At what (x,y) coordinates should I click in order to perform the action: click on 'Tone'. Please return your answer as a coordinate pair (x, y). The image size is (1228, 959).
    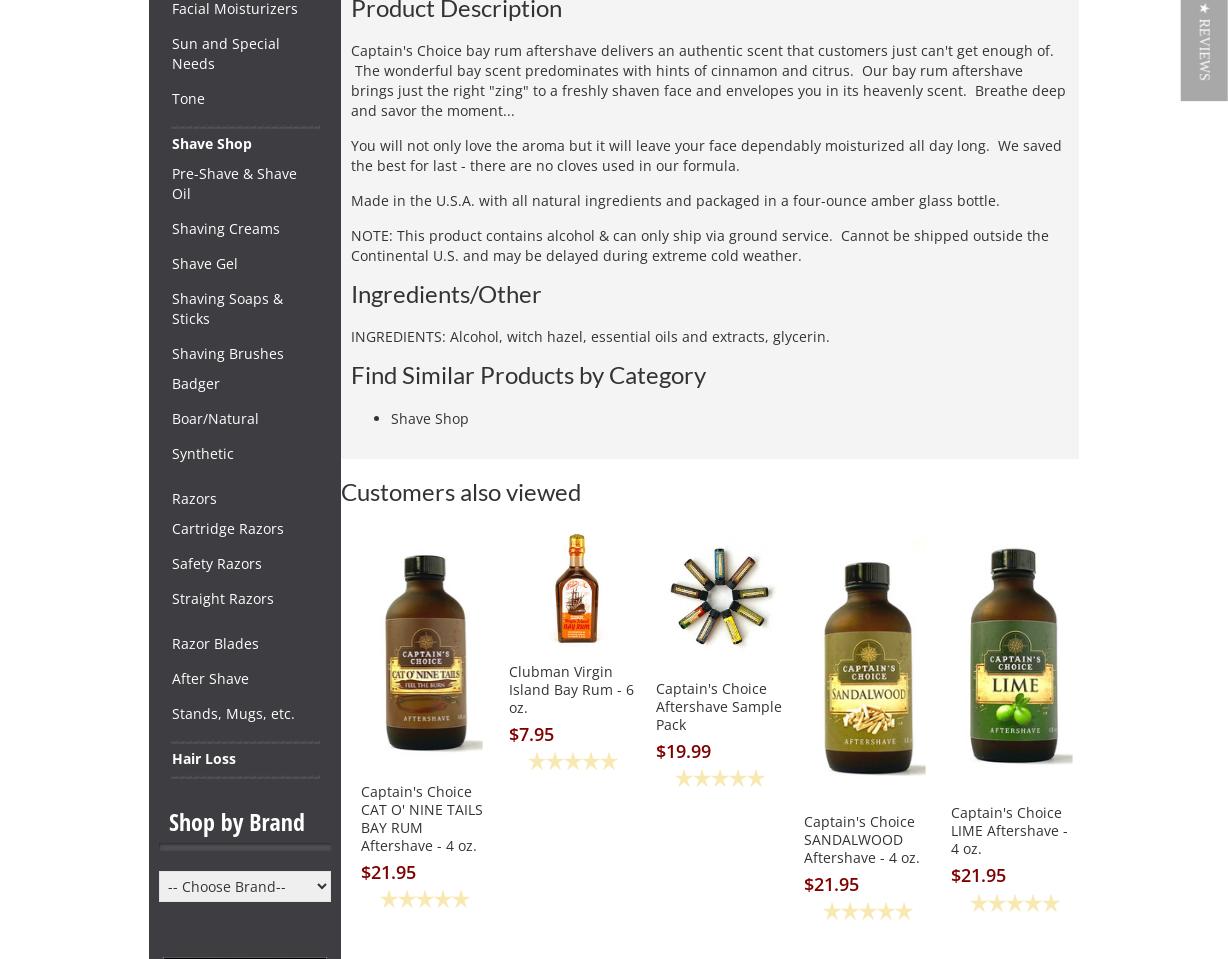
    Looking at the image, I should click on (187, 98).